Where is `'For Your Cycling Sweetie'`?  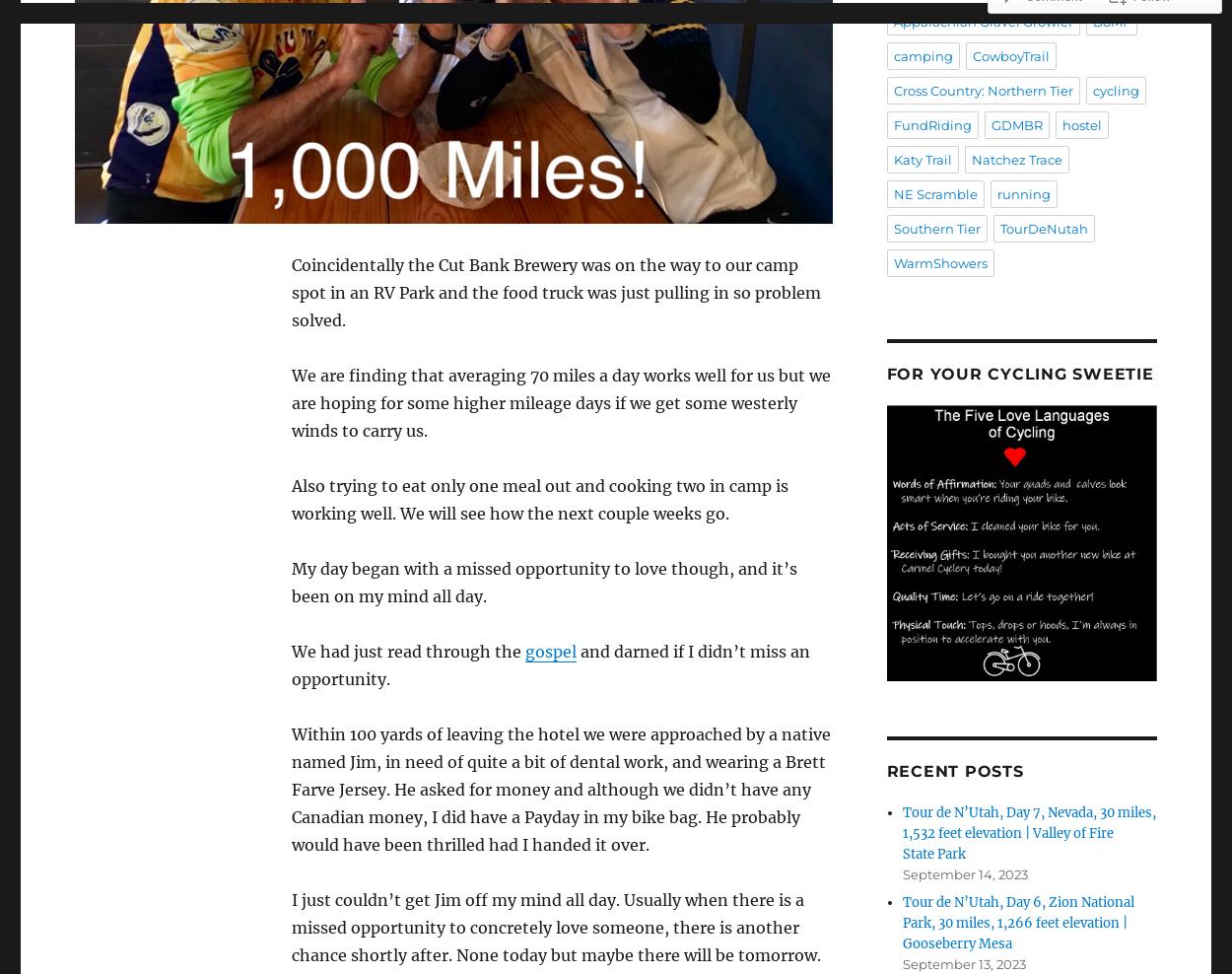 'For Your Cycling Sweetie' is located at coordinates (1019, 373).